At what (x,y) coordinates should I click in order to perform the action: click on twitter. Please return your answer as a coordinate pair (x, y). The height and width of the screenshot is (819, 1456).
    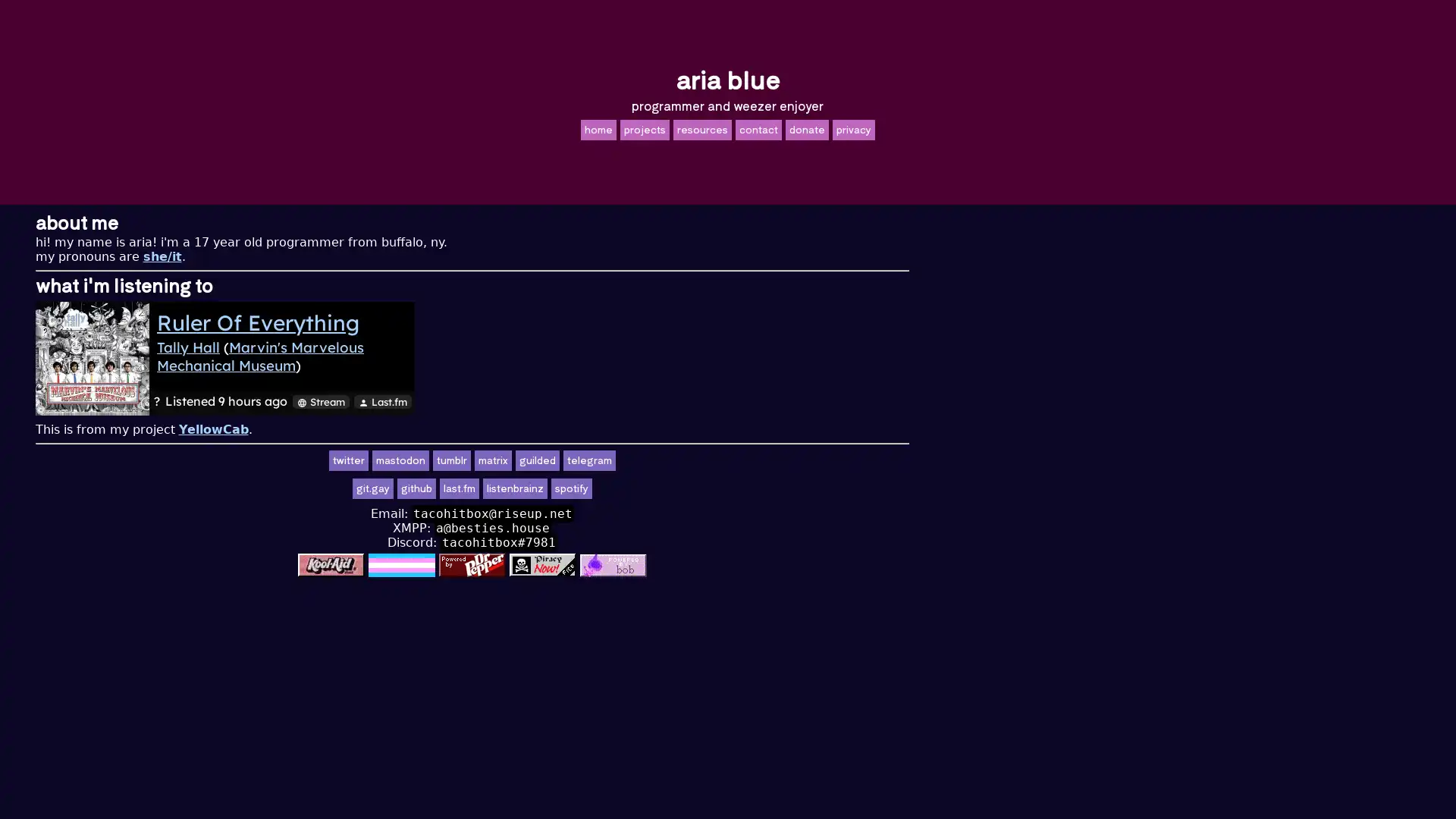
    Looking at the image, I should click on (603, 460).